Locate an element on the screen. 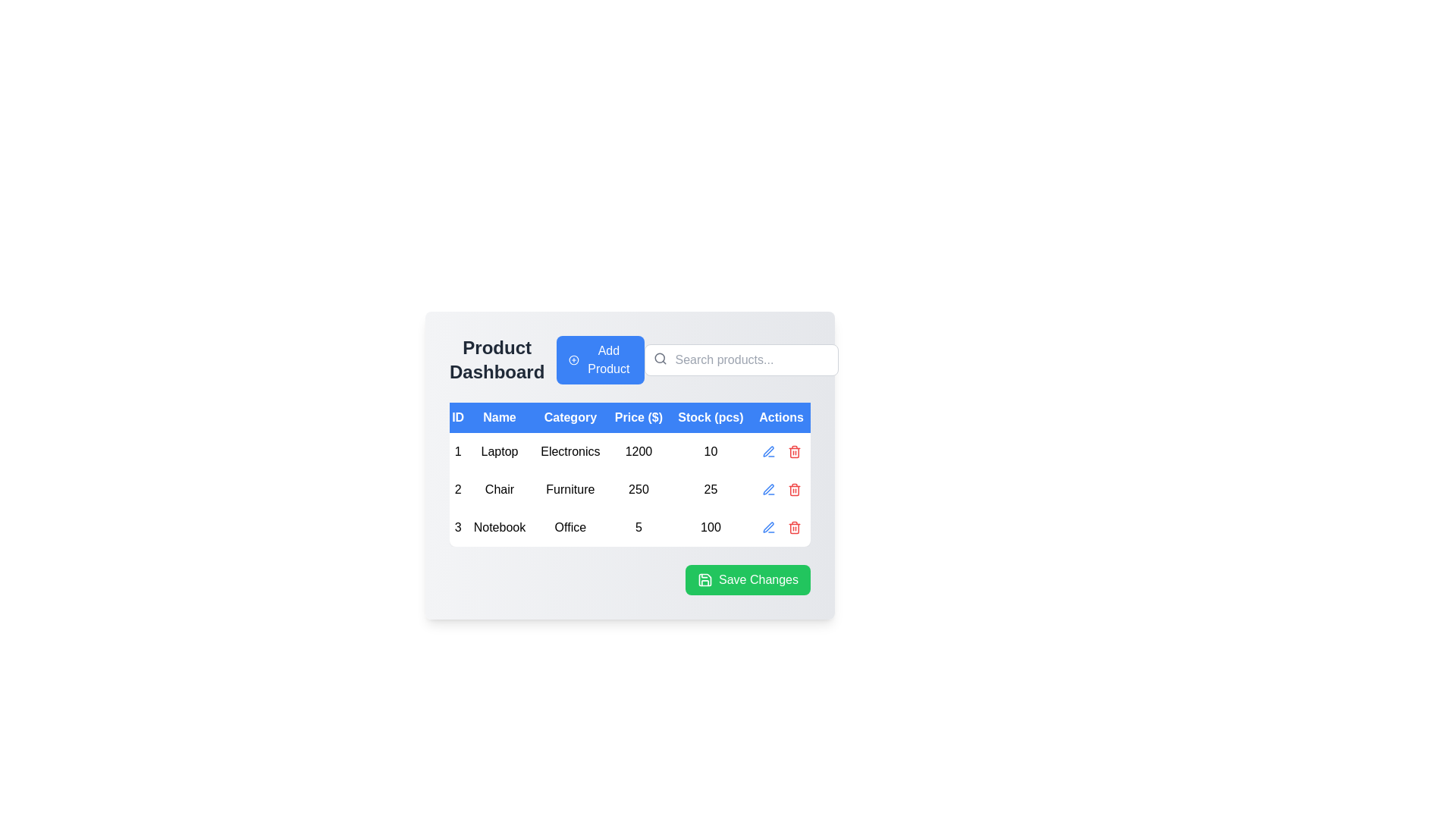 The image size is (1456, 819). the search icon represented by a magnifying glass, located inside the search bar component with the placeholder text 'Search products...' is located at coordinates (660, 359).